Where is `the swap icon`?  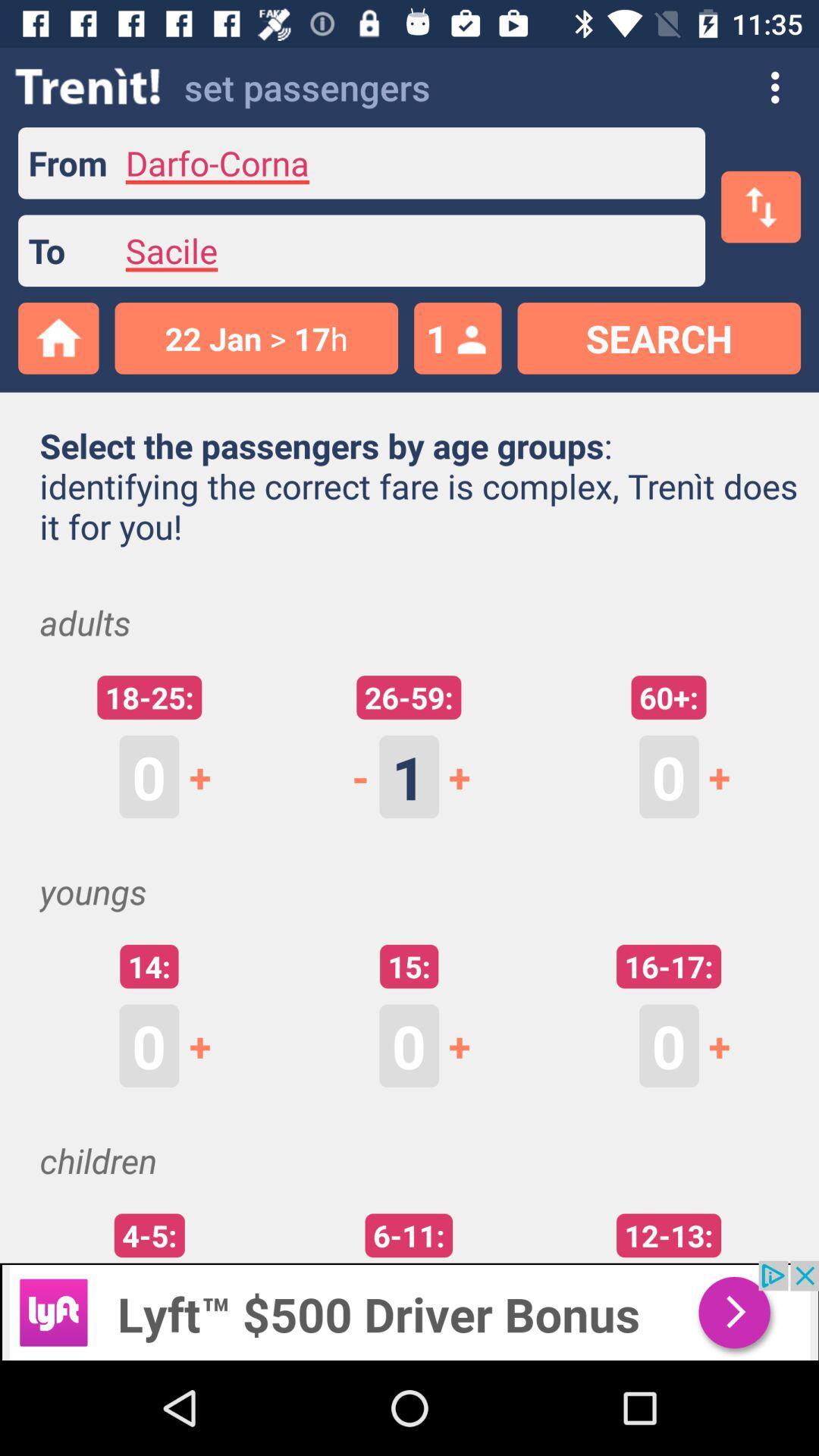
the swap icon is located at coordinates (761, 206).